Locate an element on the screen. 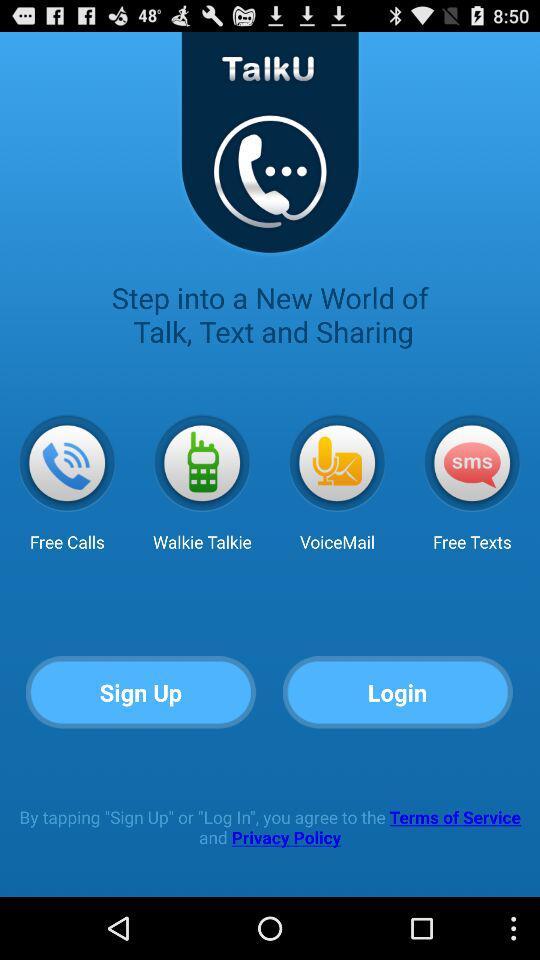 Image resolution: width=540 pixels, height=960 pixels. the by tapping sign icon is located at coordinates (270, 827).